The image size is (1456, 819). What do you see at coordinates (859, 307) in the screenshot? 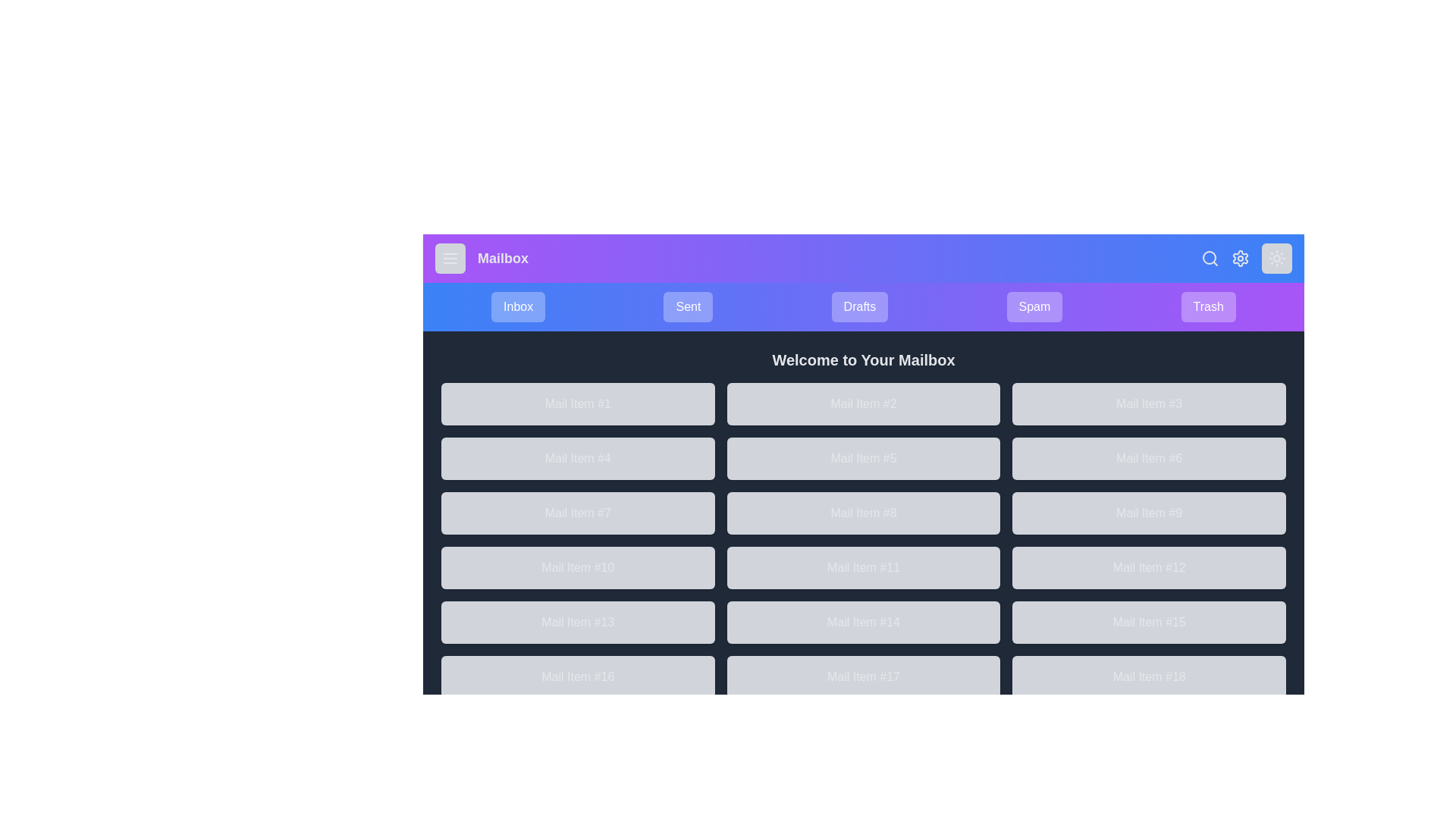
I see `the navigation or action element Drafts` at bounding box center [859, 307].